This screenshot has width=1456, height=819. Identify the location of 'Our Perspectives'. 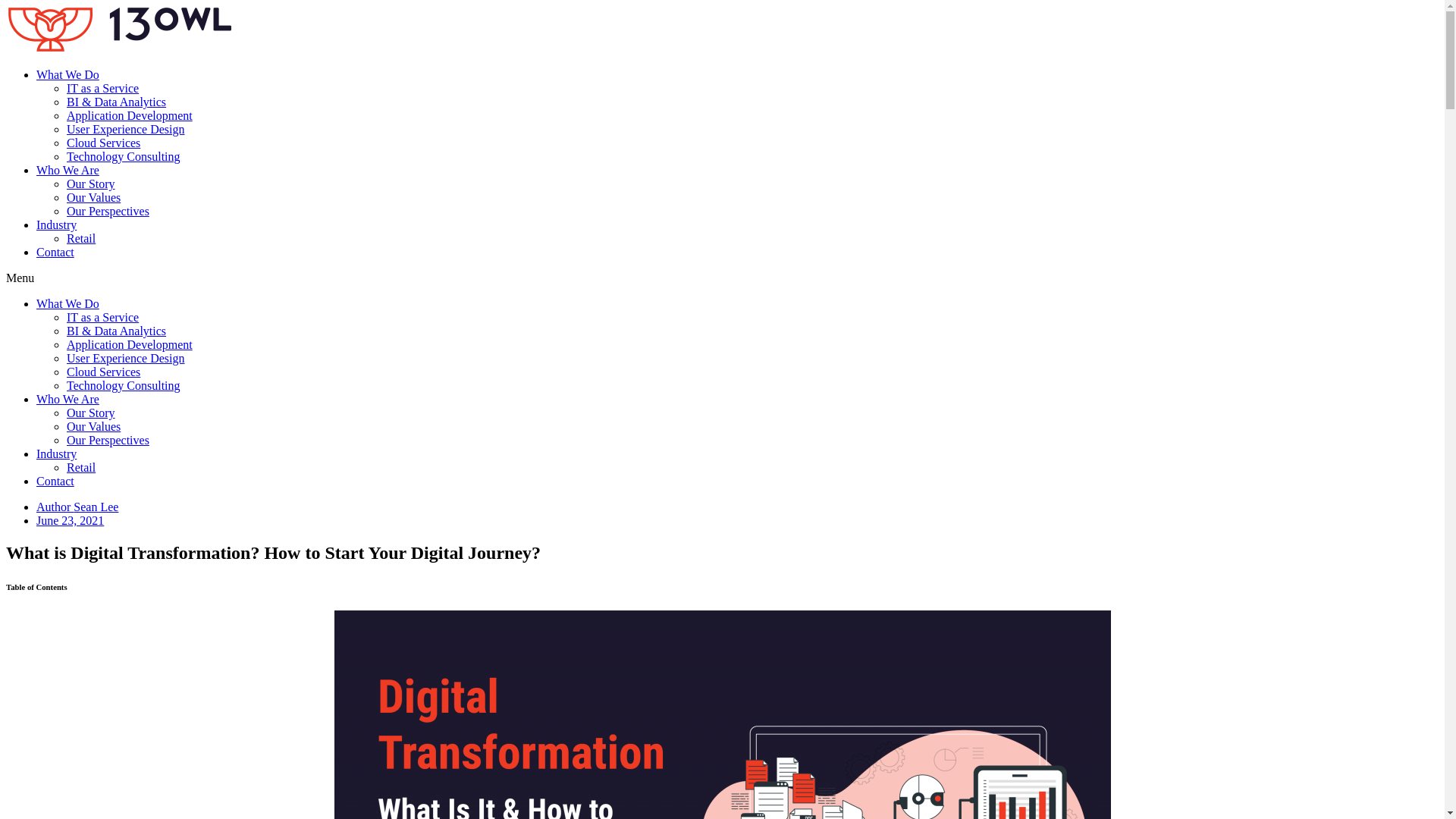
(107, 211).